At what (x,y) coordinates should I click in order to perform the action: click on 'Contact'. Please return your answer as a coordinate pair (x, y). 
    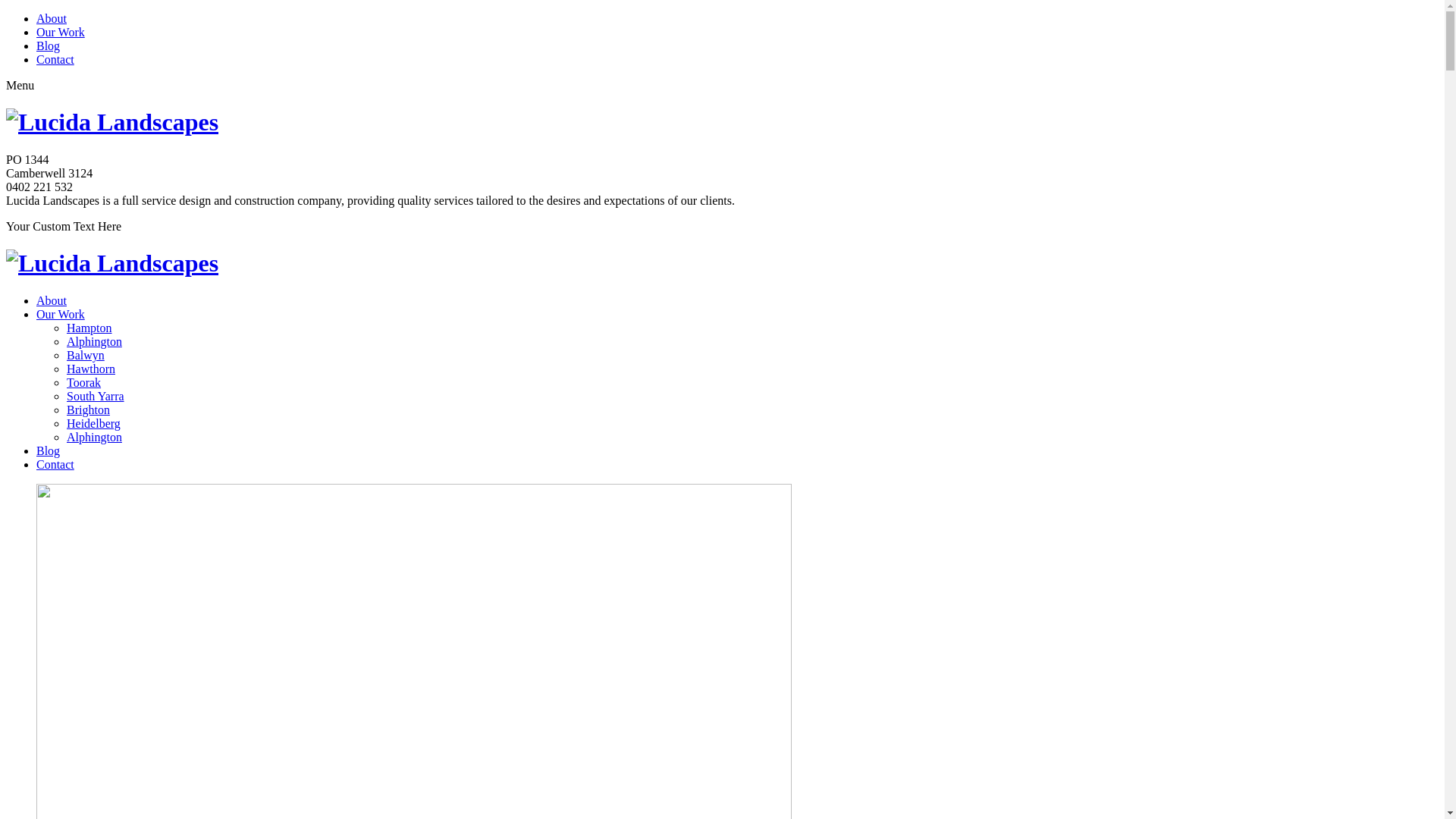
    Looking at the image, I should click on (55, 58).